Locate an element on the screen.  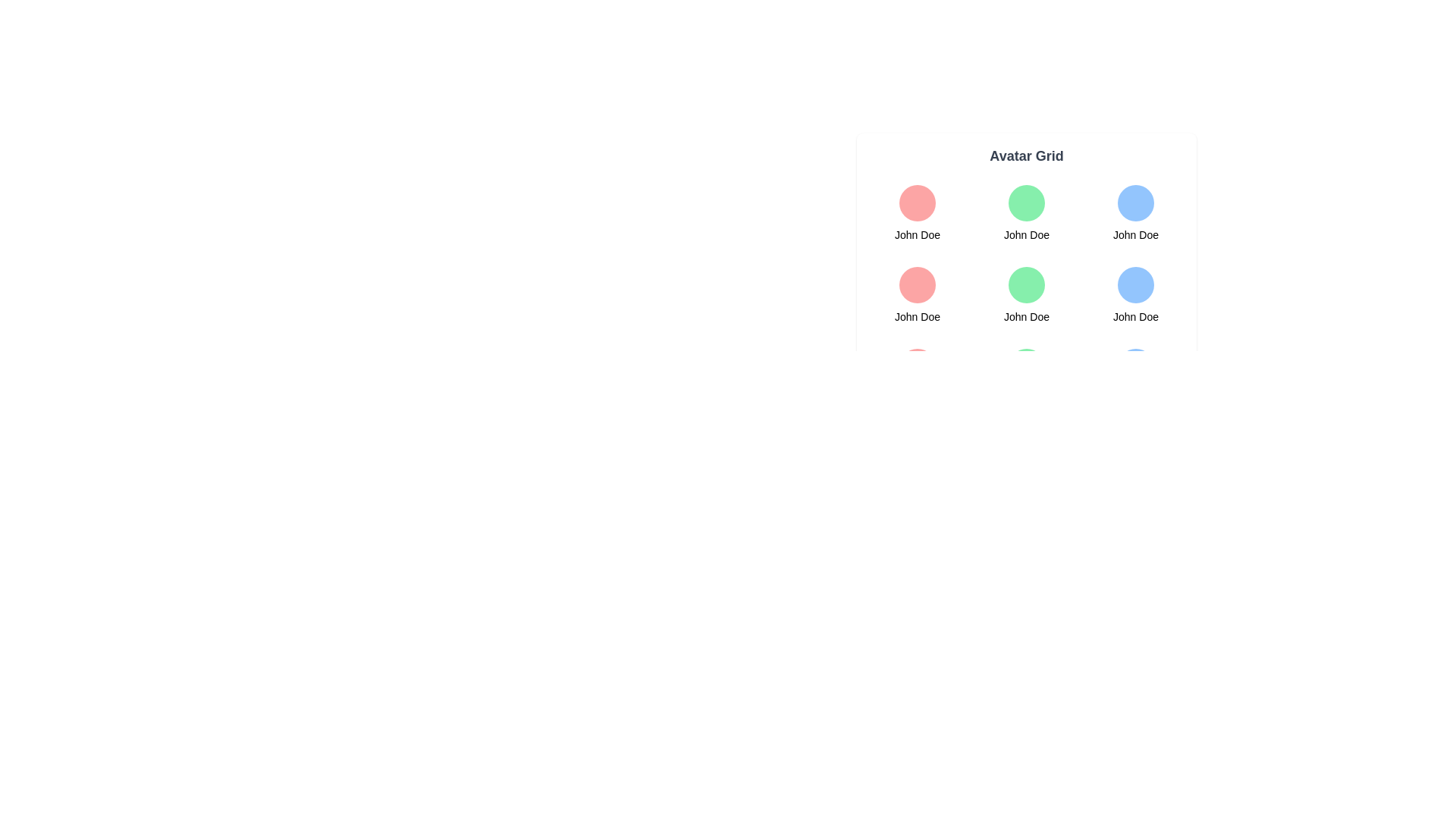
the Avatar element displaying the user profile for 'John Doe' located in the first row and third column of a 3x3 grid layout is located at coordinates (1135, 213).